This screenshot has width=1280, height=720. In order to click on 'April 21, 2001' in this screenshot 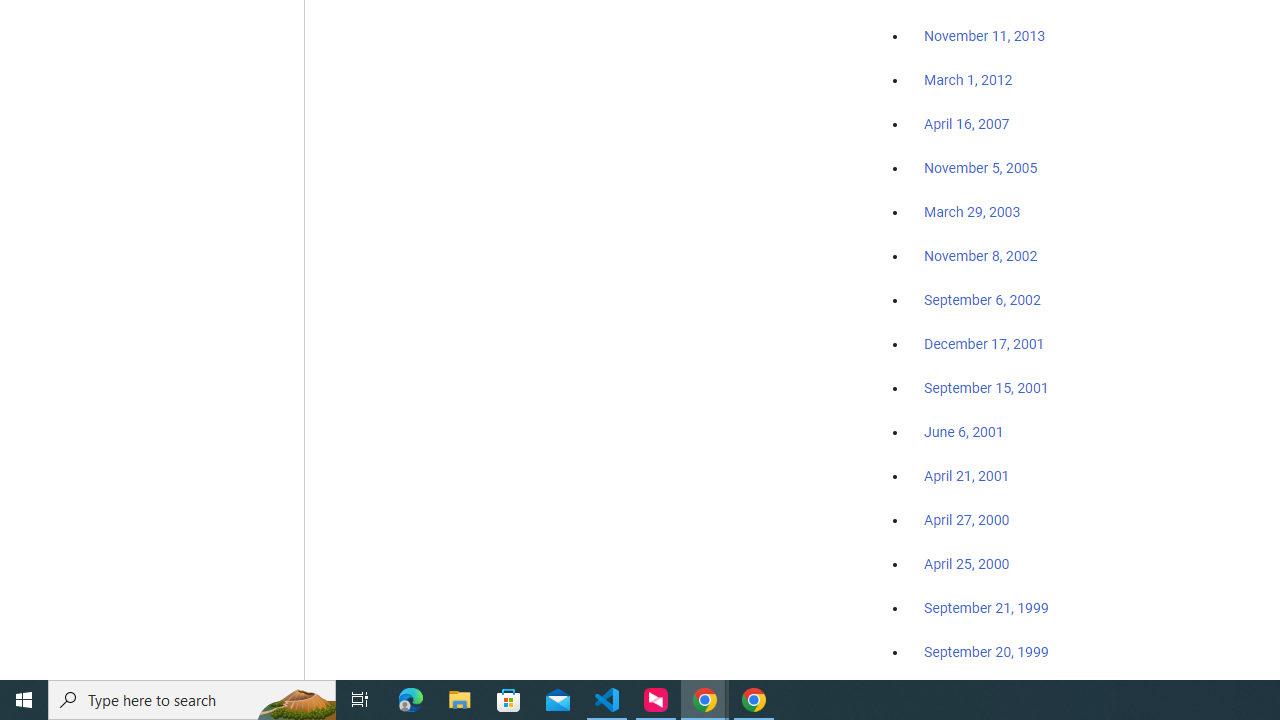, I will do `click(967, 476)`.